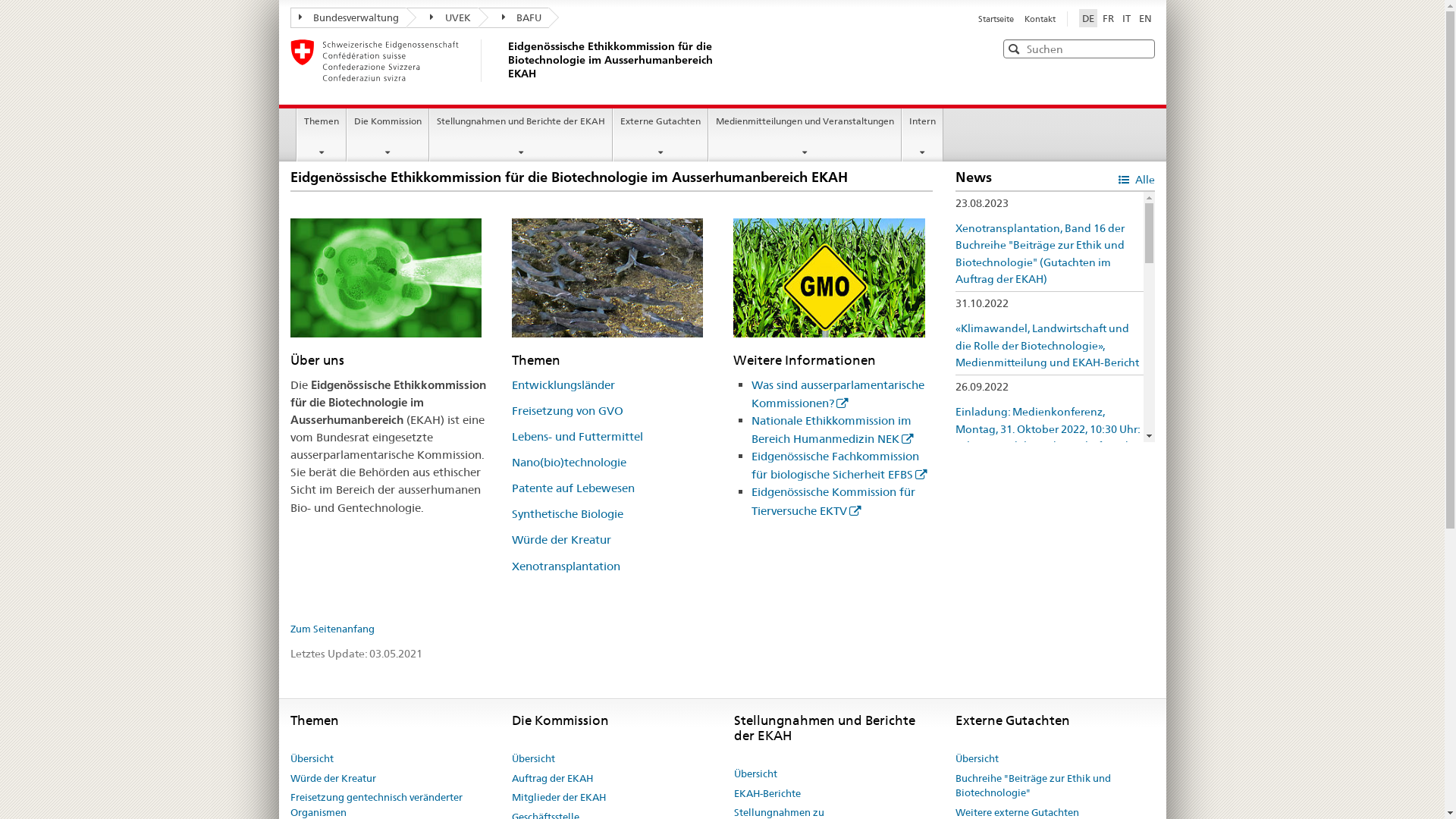  Describe the element at coordinates (566, 410) in the screenshot. I see `'Freisetzung von GVO'` at that location.